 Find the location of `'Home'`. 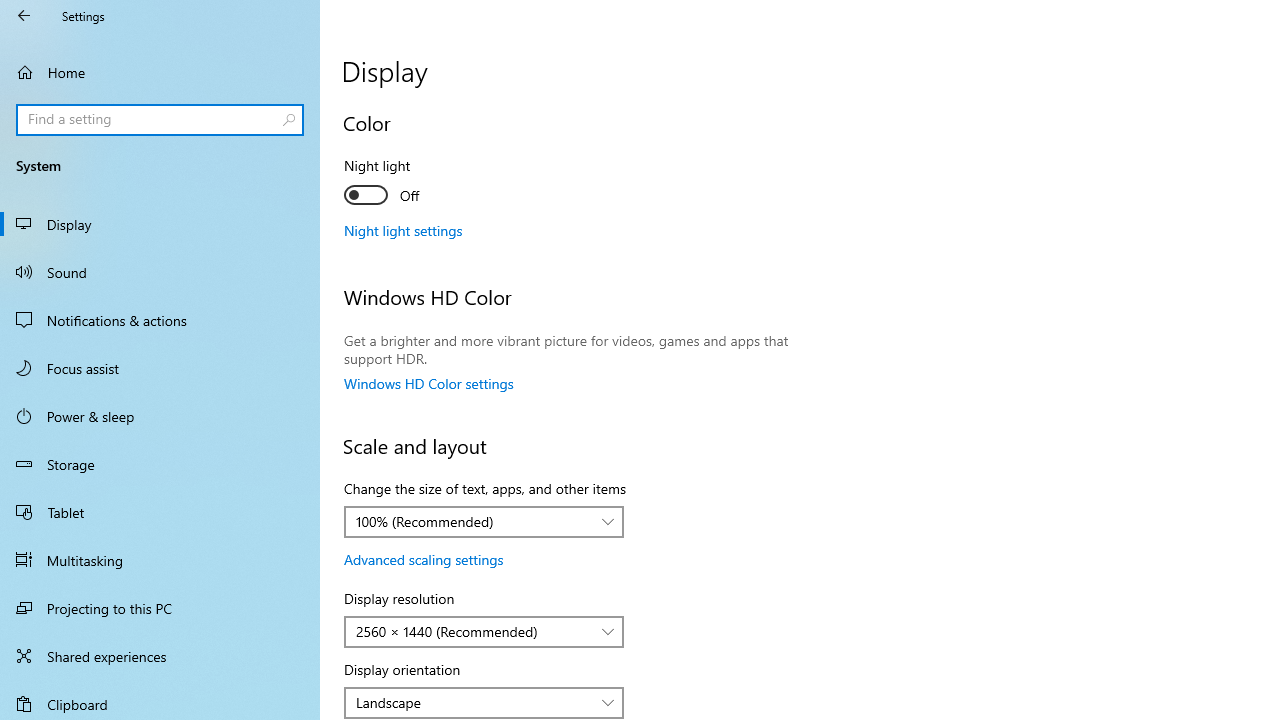

'Home' is located at coordinates (160, 71).